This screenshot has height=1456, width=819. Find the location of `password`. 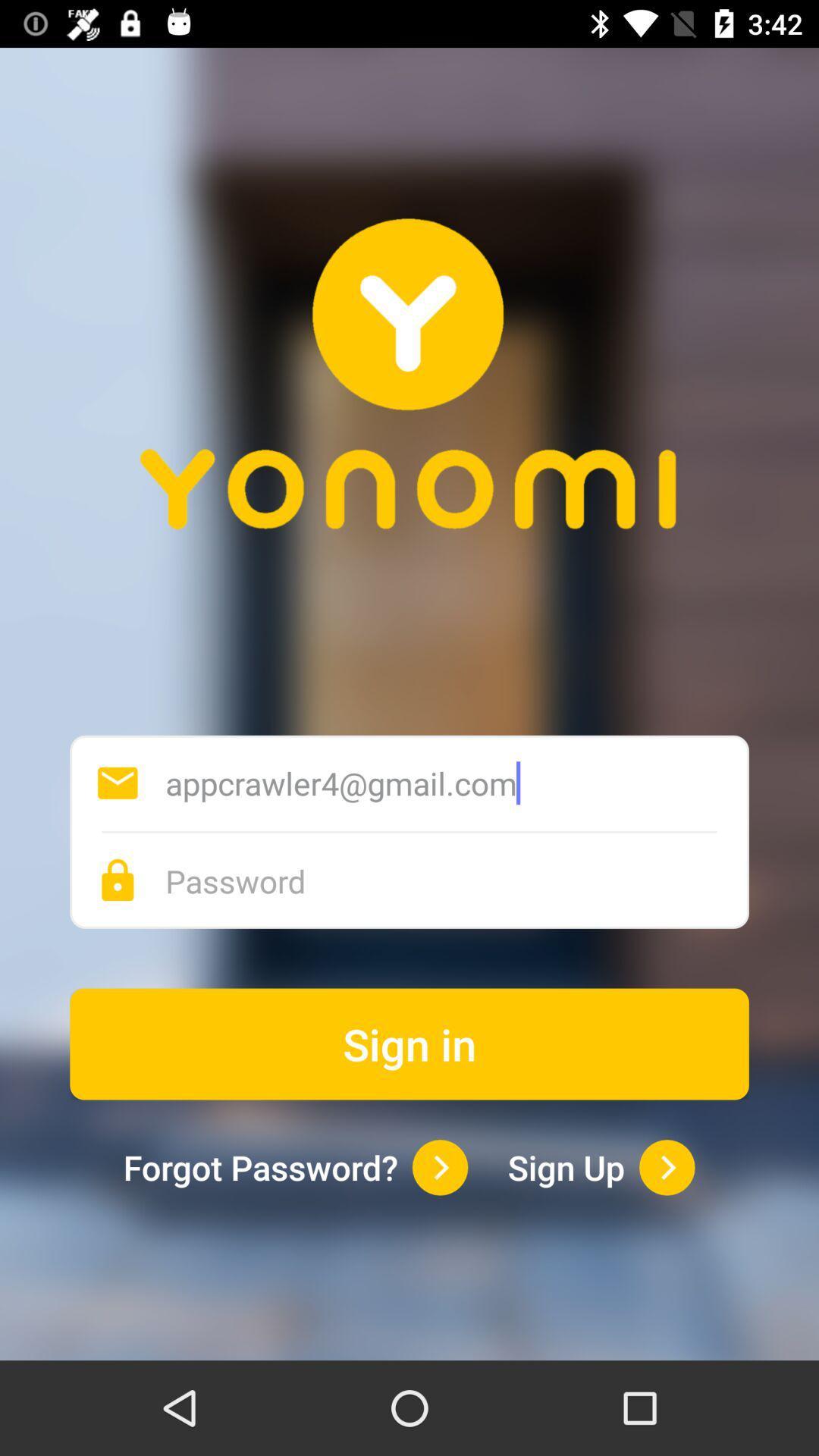

password is located at coordinates (456, 880).